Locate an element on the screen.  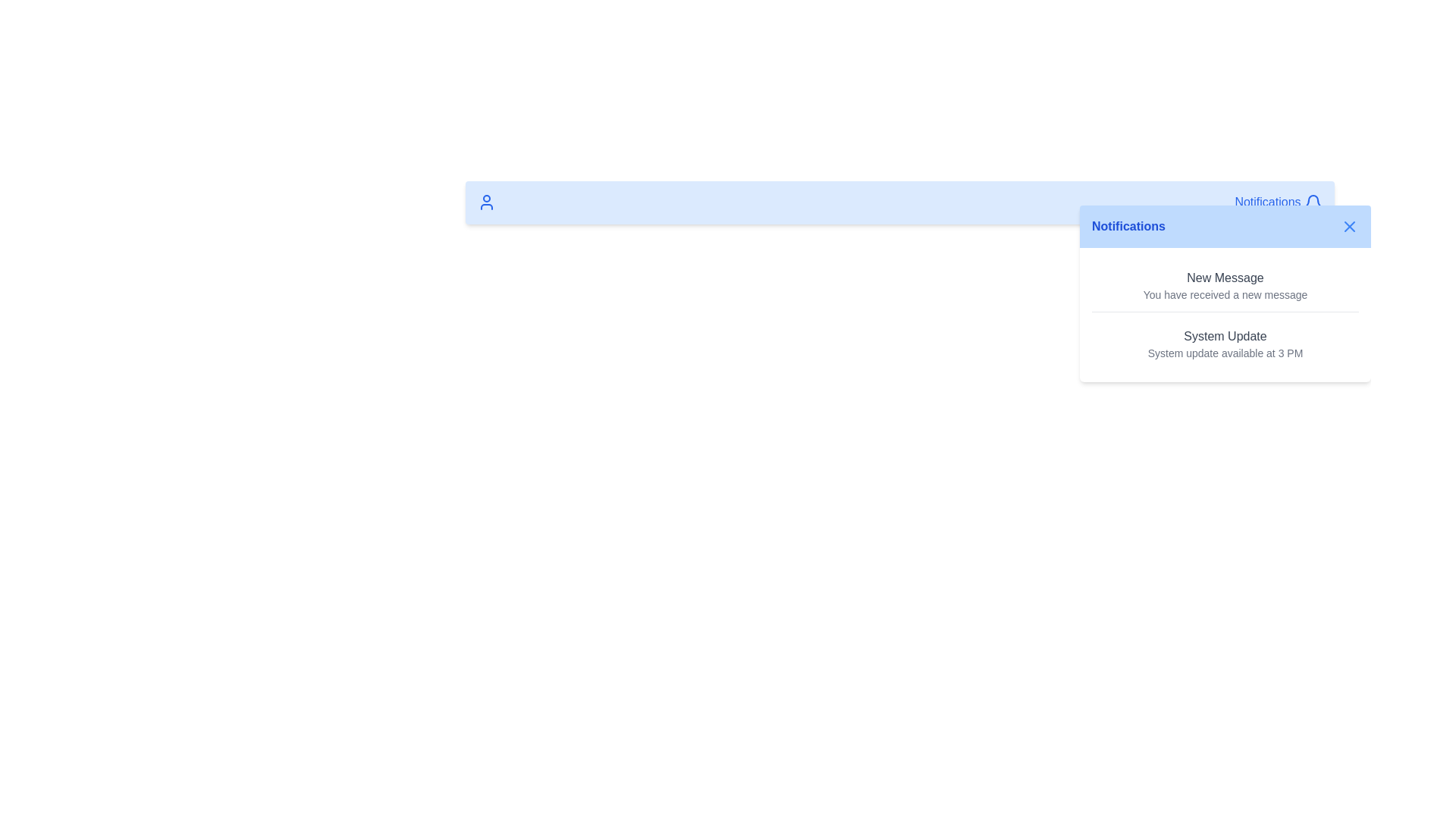
the 'Notifications' interactive text element styled in blue with a bell icon is located at coordinates (1278, 202).